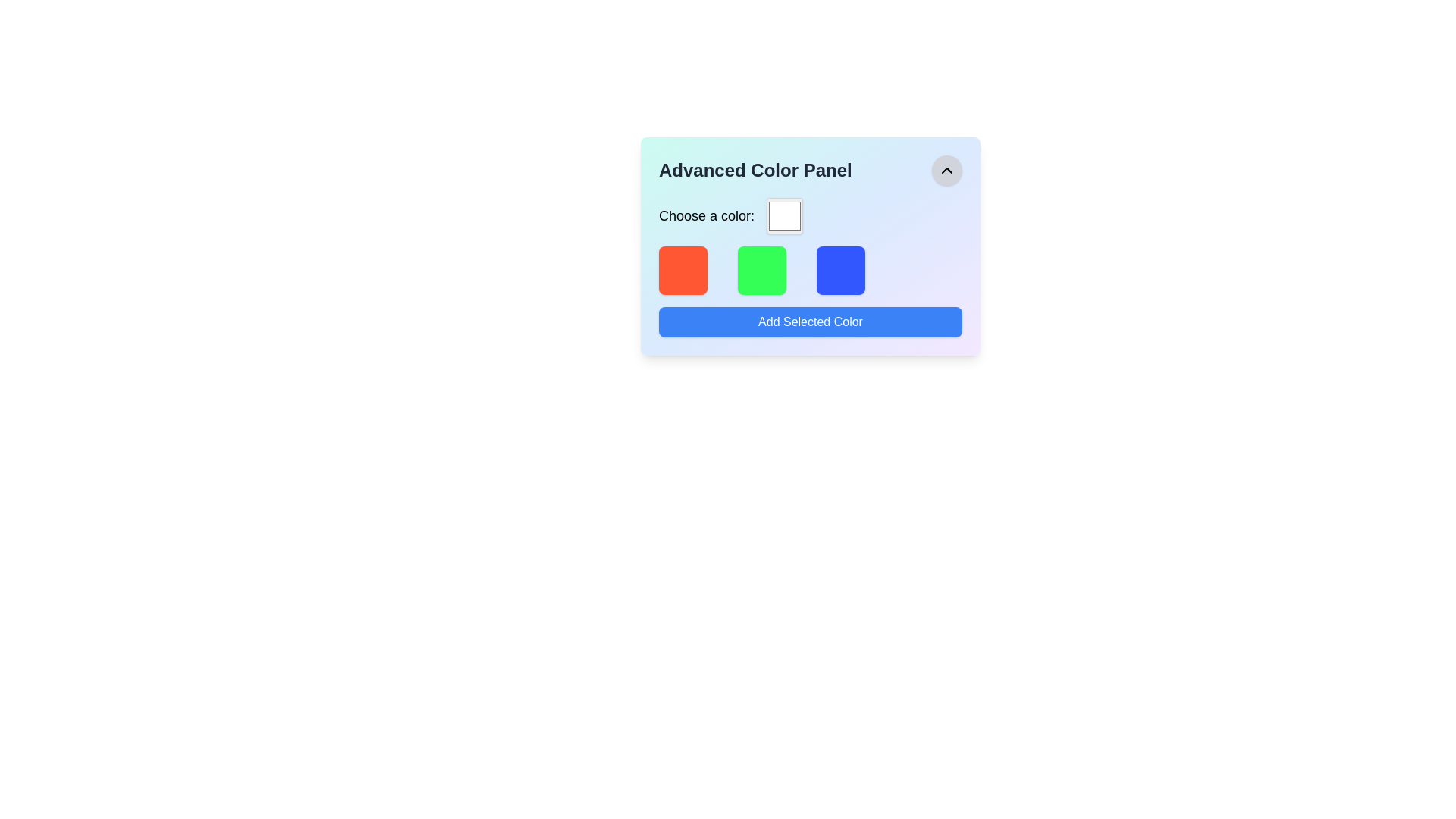 The image size is (1456, 819). I want to click on the second green square with rounded corners and a shadow effect in a row of four squares, so click(761, 270).